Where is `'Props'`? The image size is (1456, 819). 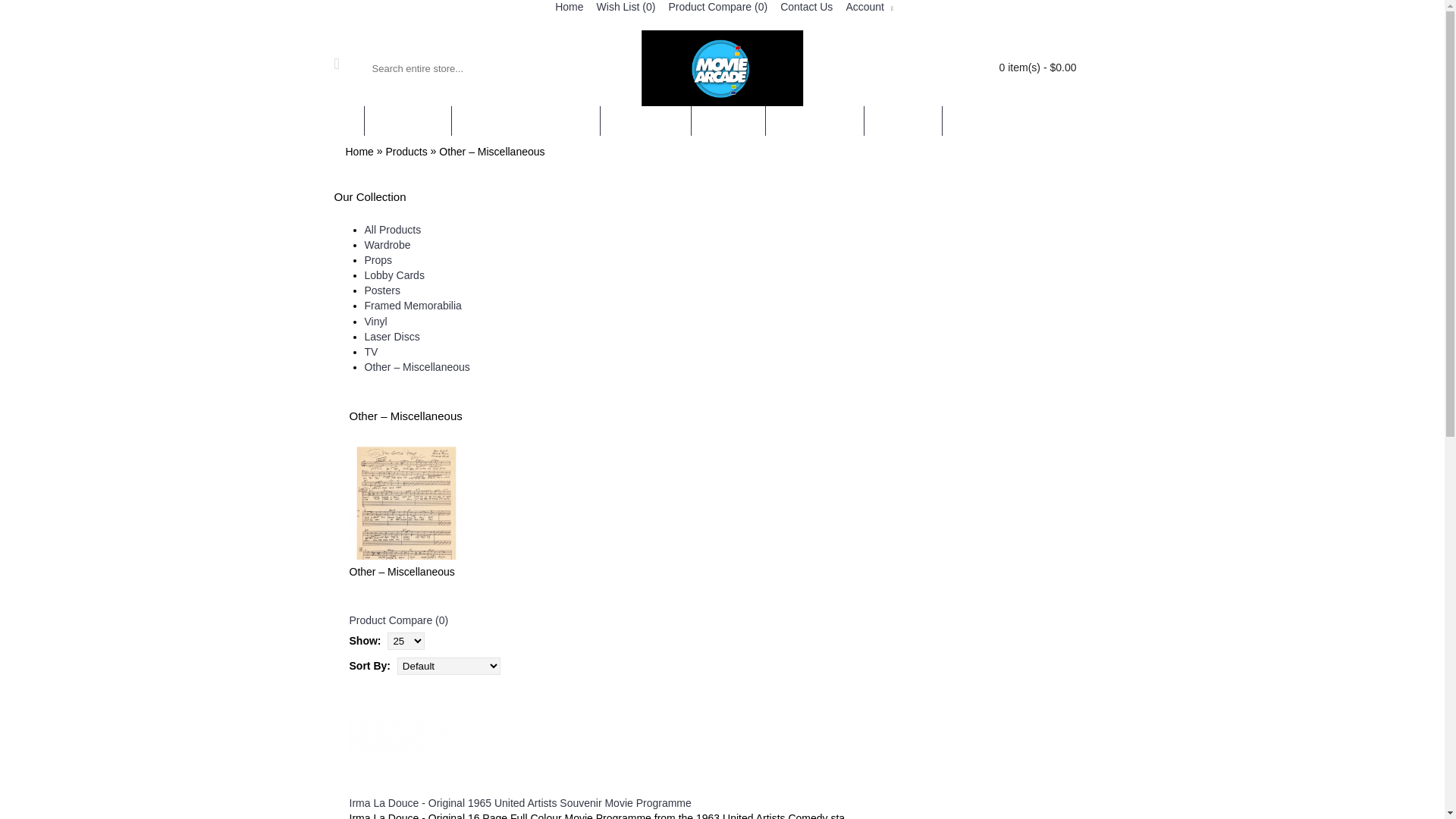 'Props' is located at coordinates (364, 259).